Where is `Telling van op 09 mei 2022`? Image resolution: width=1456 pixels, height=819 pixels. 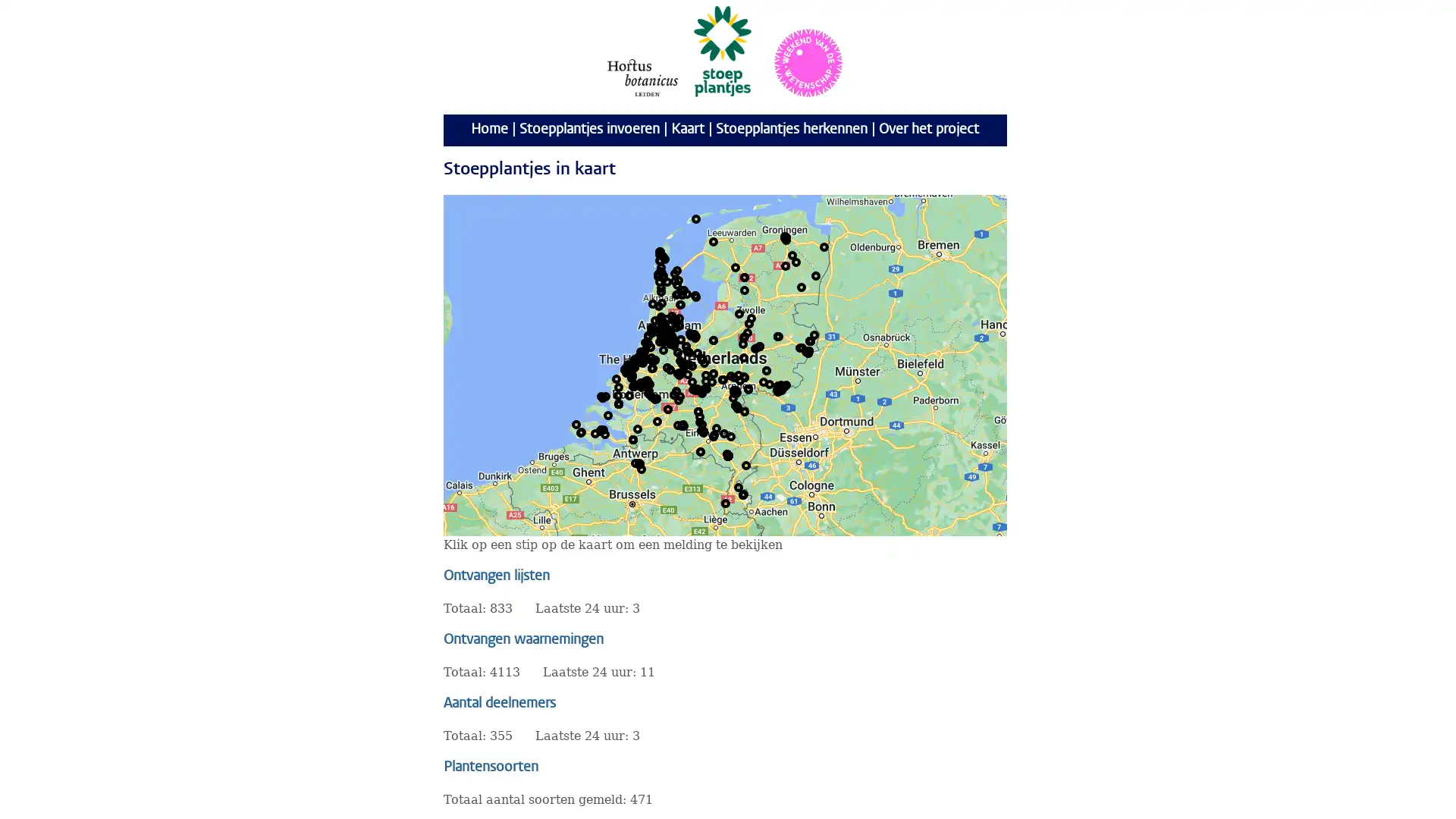 Telling van op 09 mei 2022 is located at coordinates (739, 379).